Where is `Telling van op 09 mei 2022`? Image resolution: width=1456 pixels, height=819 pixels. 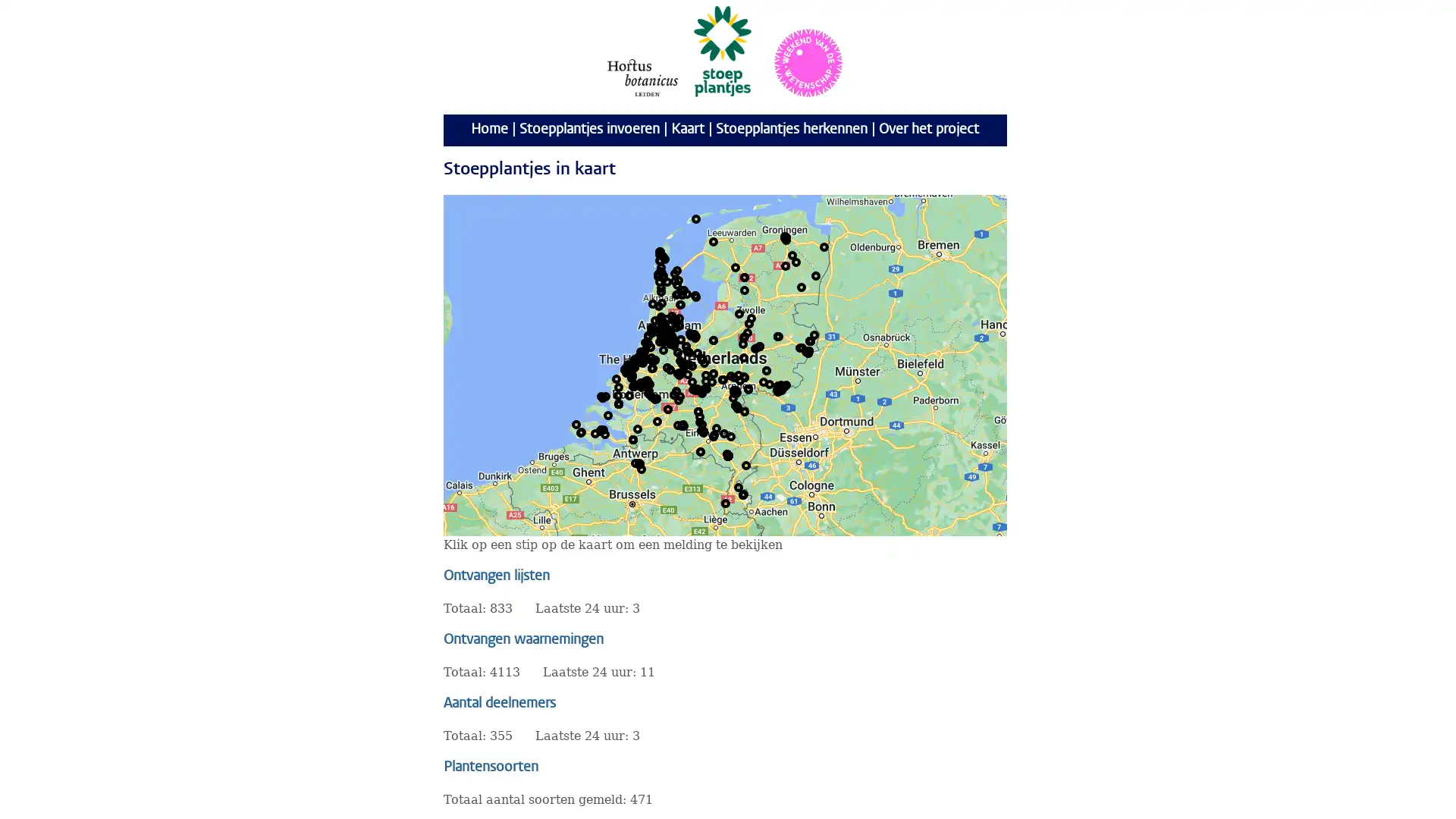 Telling van op 09 mei 2022 is located at coordinates (739, 379).